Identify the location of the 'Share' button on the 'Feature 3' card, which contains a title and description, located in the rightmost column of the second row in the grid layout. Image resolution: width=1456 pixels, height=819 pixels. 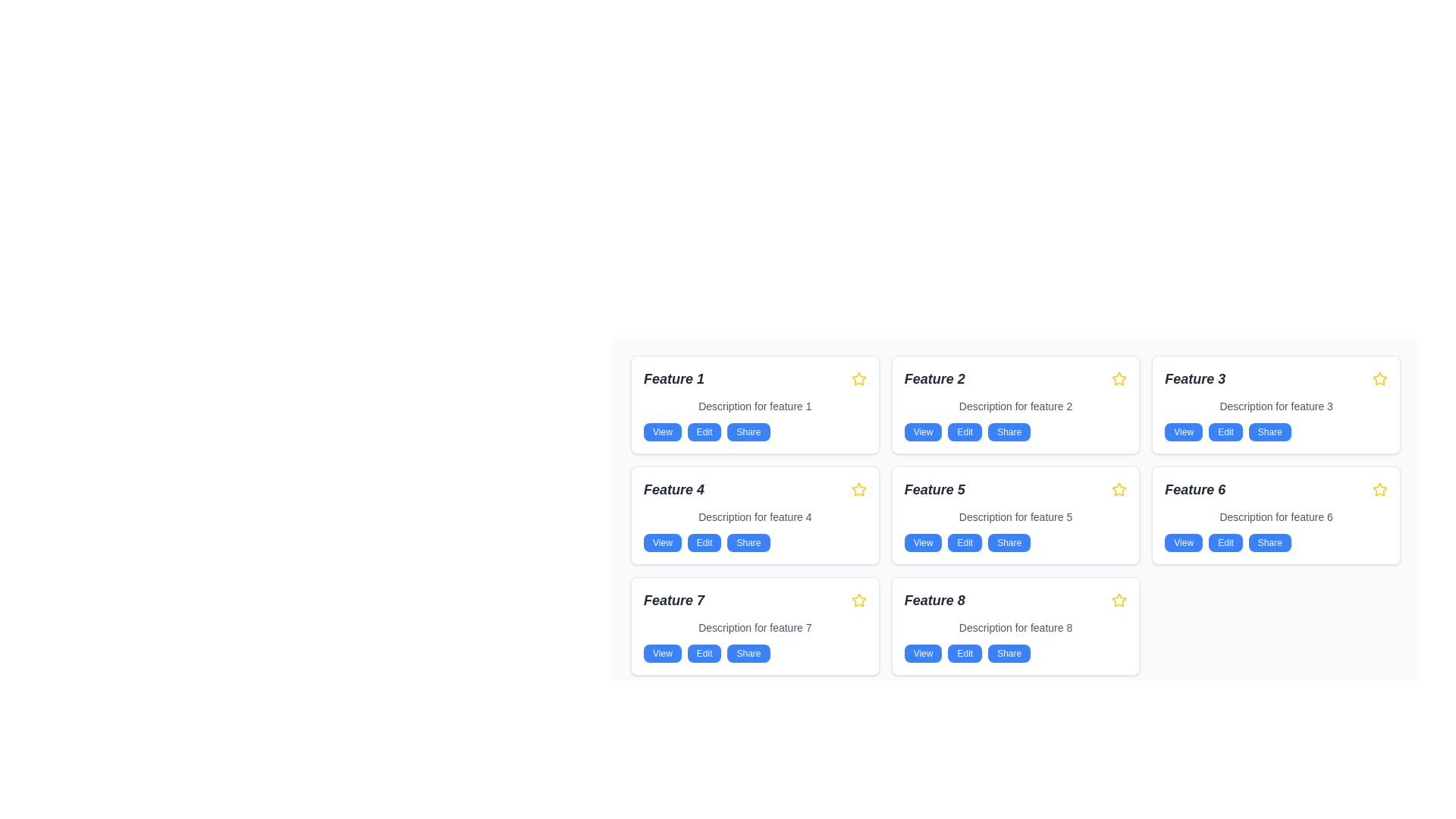
(1276, 403).